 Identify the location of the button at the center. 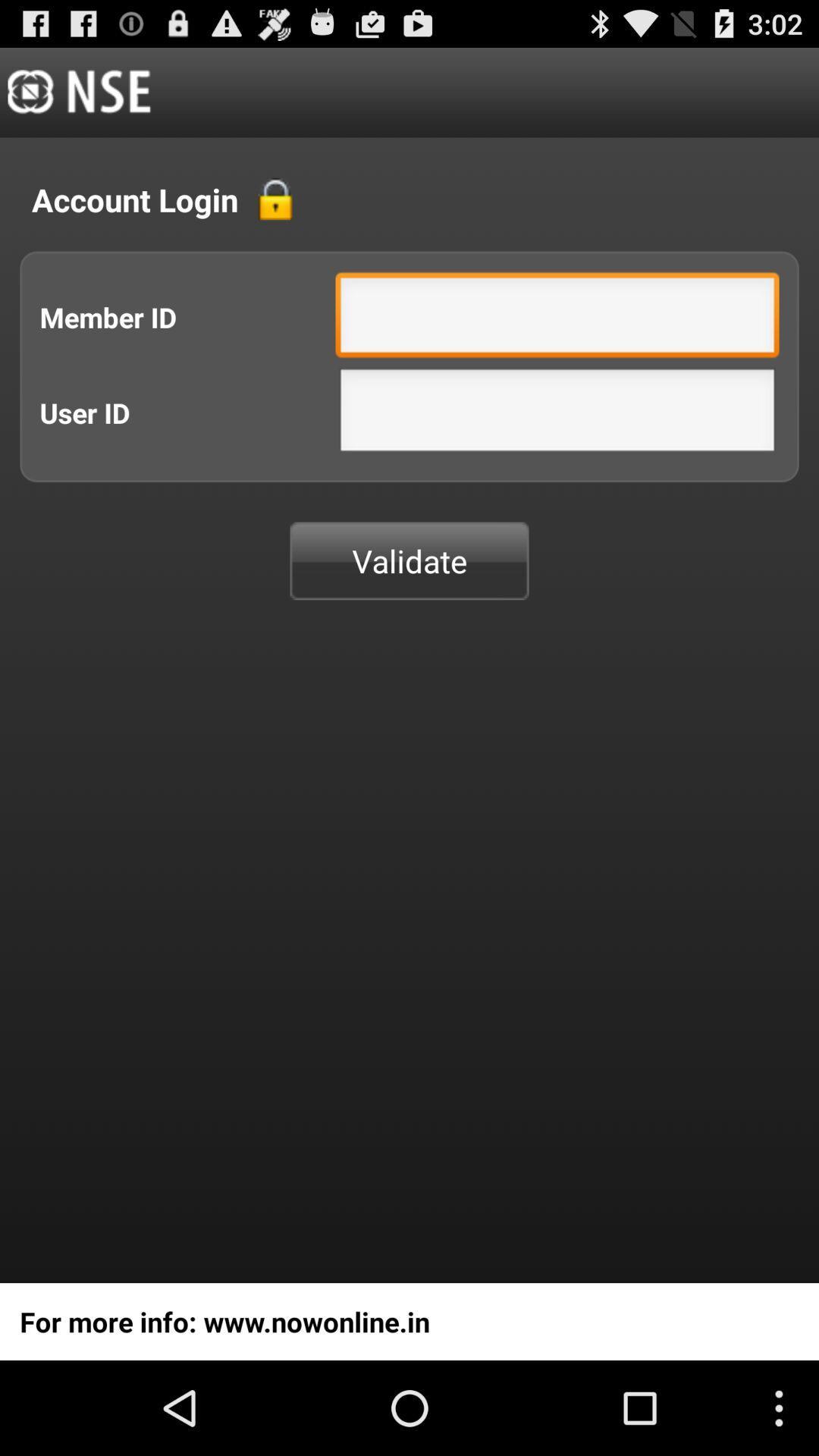
(409, 560).